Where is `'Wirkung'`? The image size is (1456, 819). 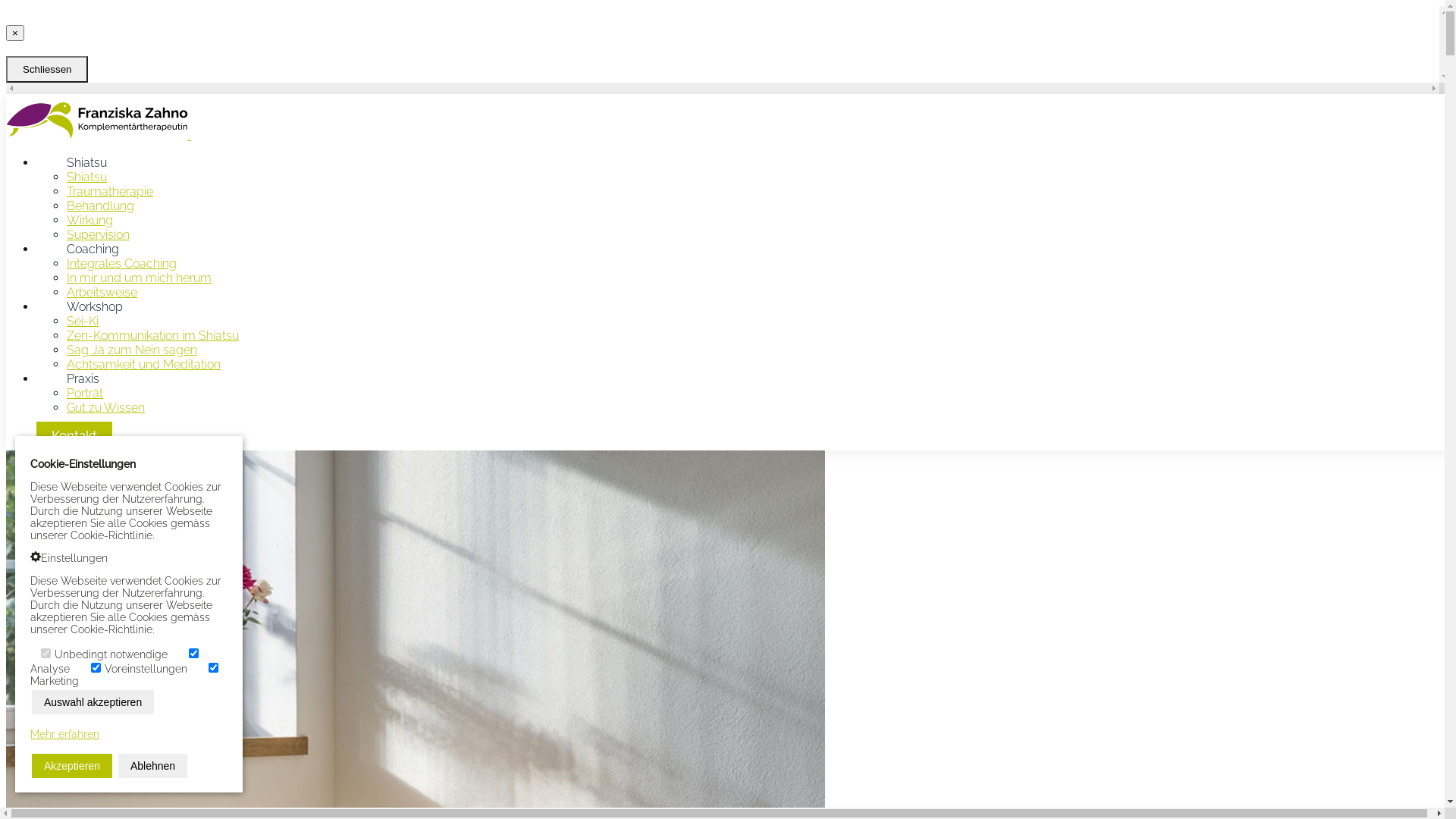
'Wirkung' is located at coordinates (89, 220).